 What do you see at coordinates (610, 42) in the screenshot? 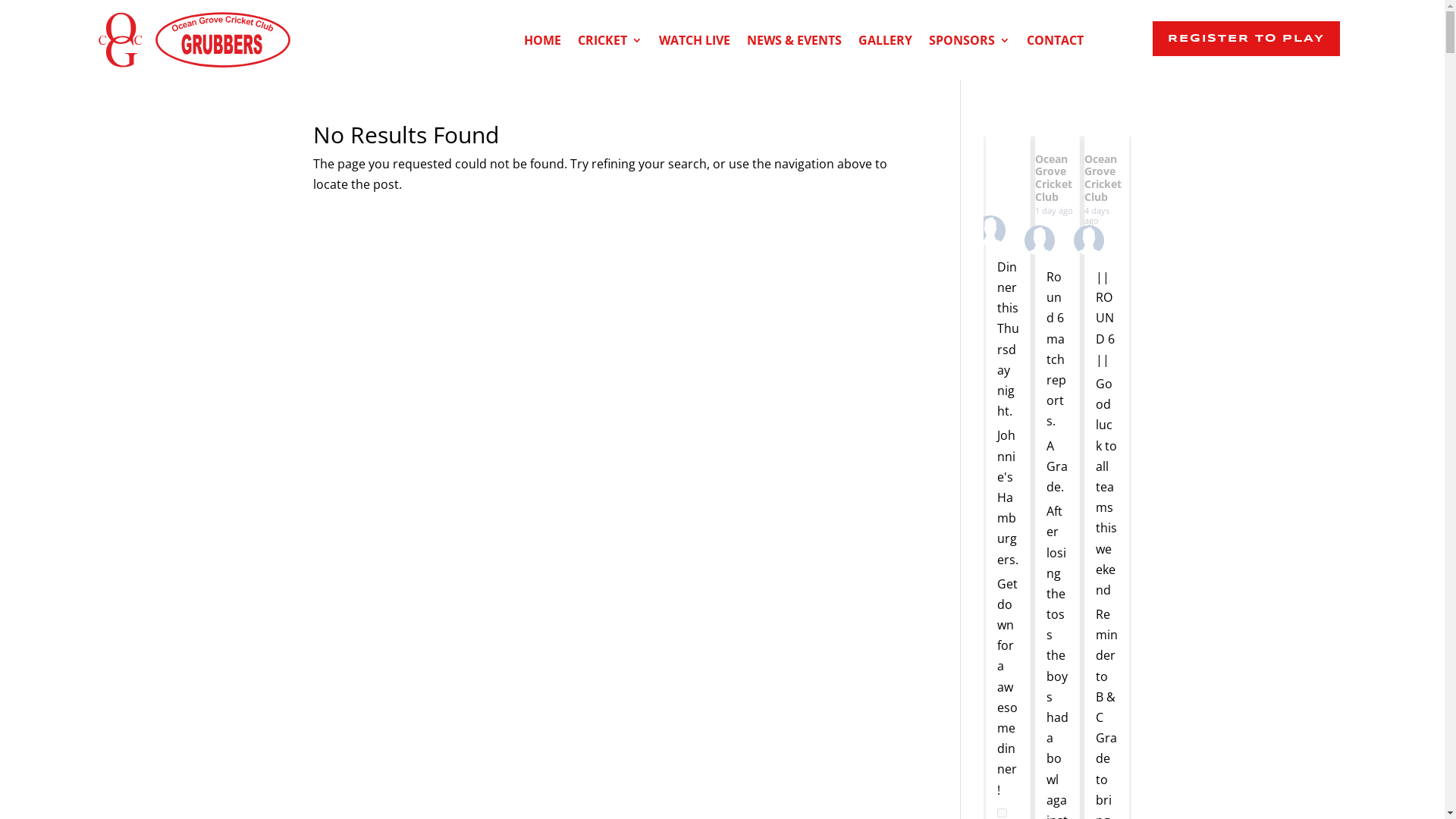
I see `'CRICKET'` at bounding box center [610, 42].